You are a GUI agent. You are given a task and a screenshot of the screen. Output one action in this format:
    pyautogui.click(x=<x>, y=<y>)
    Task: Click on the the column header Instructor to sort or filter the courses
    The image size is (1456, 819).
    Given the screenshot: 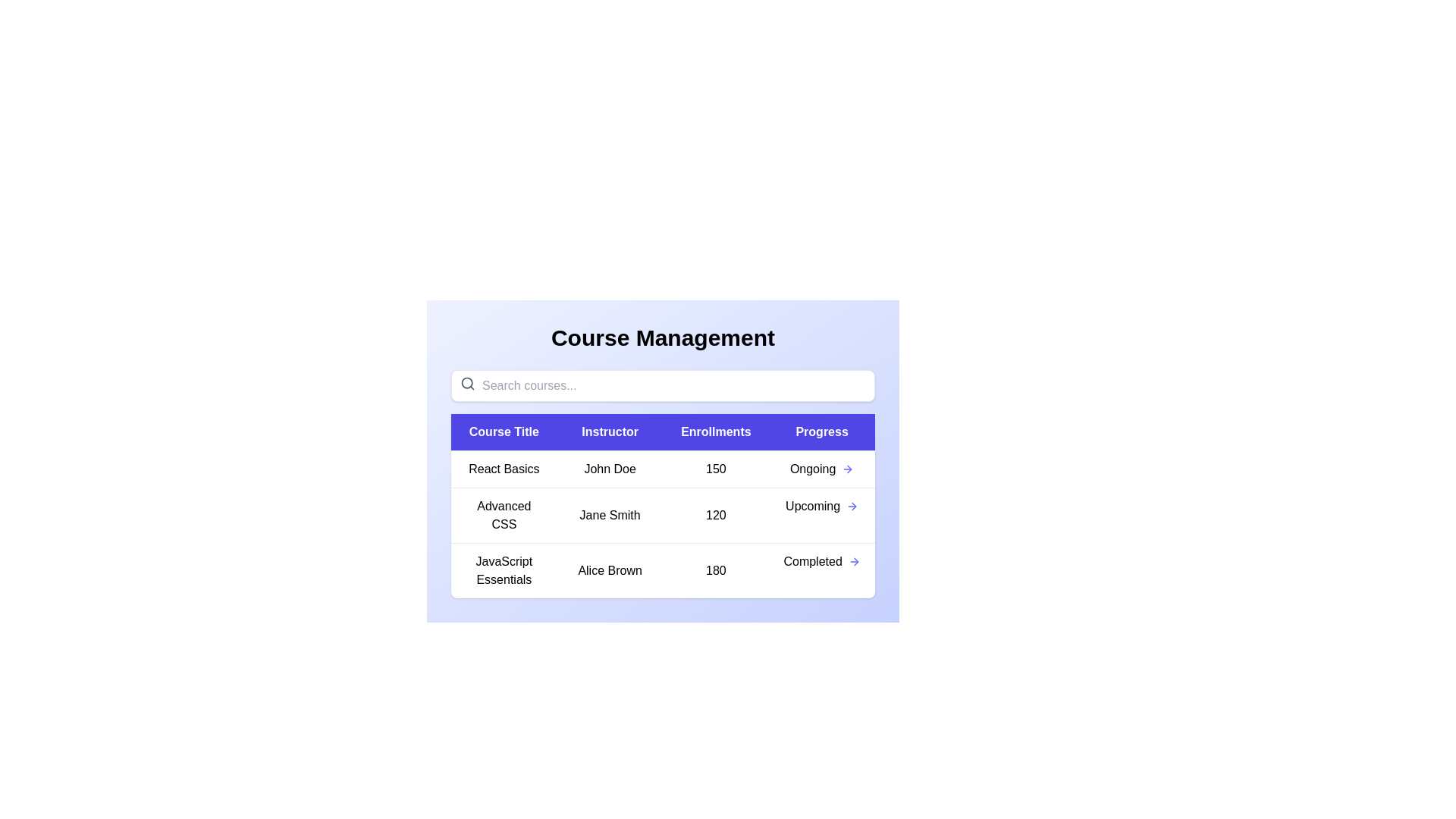 What is the action you would take?
    pyautogui.click(x=610, y=432)
    